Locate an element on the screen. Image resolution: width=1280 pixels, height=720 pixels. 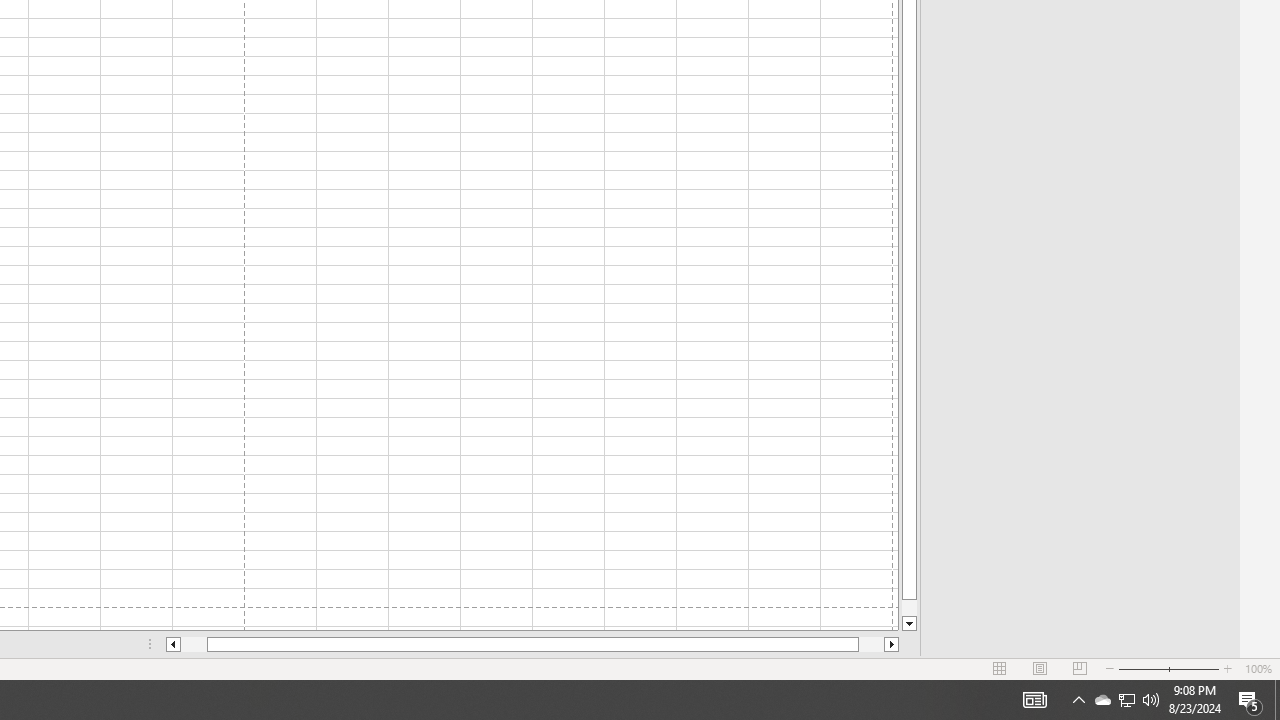
'Column right' is located at coordinates (891, 644).